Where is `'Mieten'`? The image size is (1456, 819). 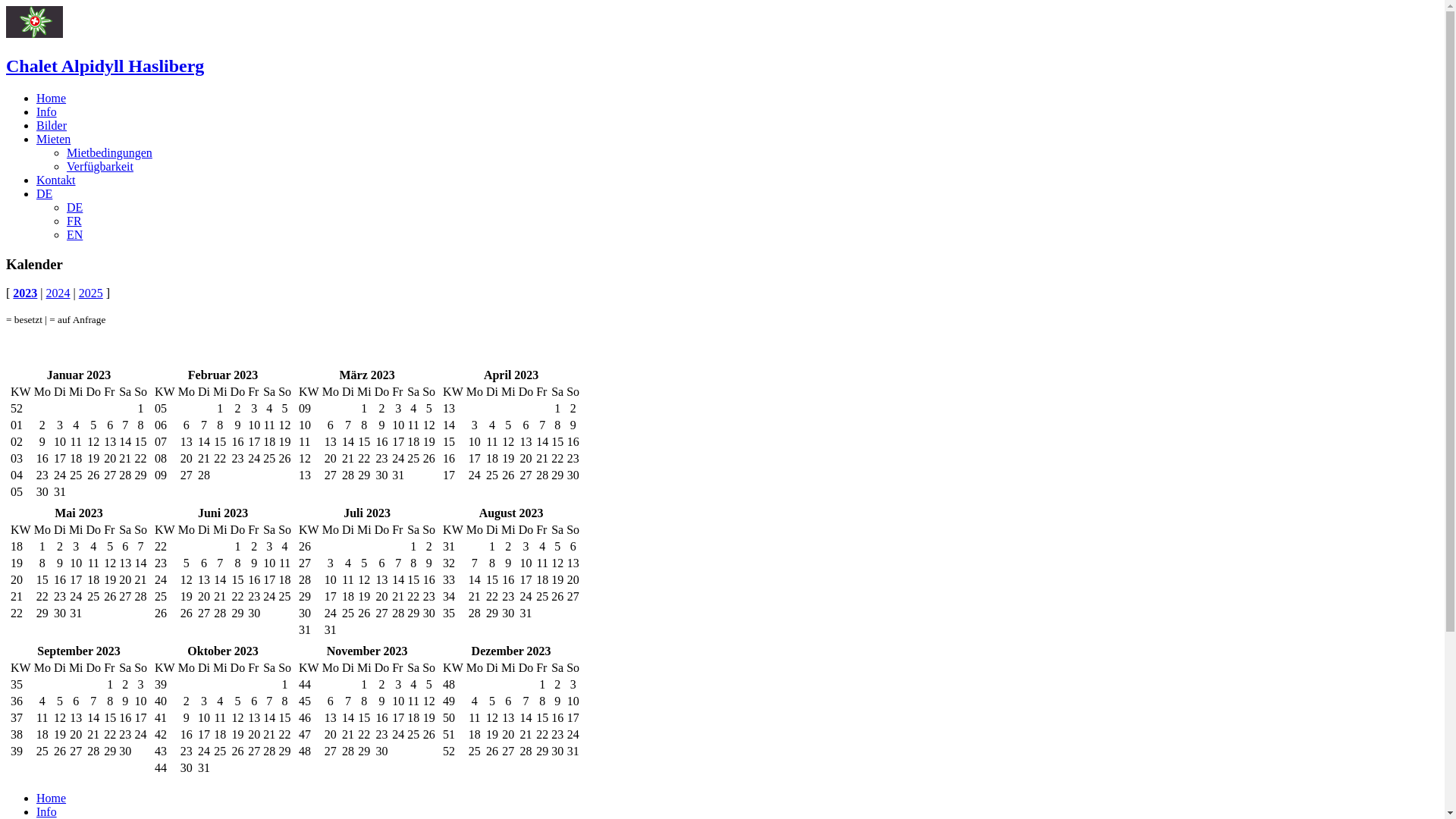 'Mieten' is located at coordinates (53, 139).